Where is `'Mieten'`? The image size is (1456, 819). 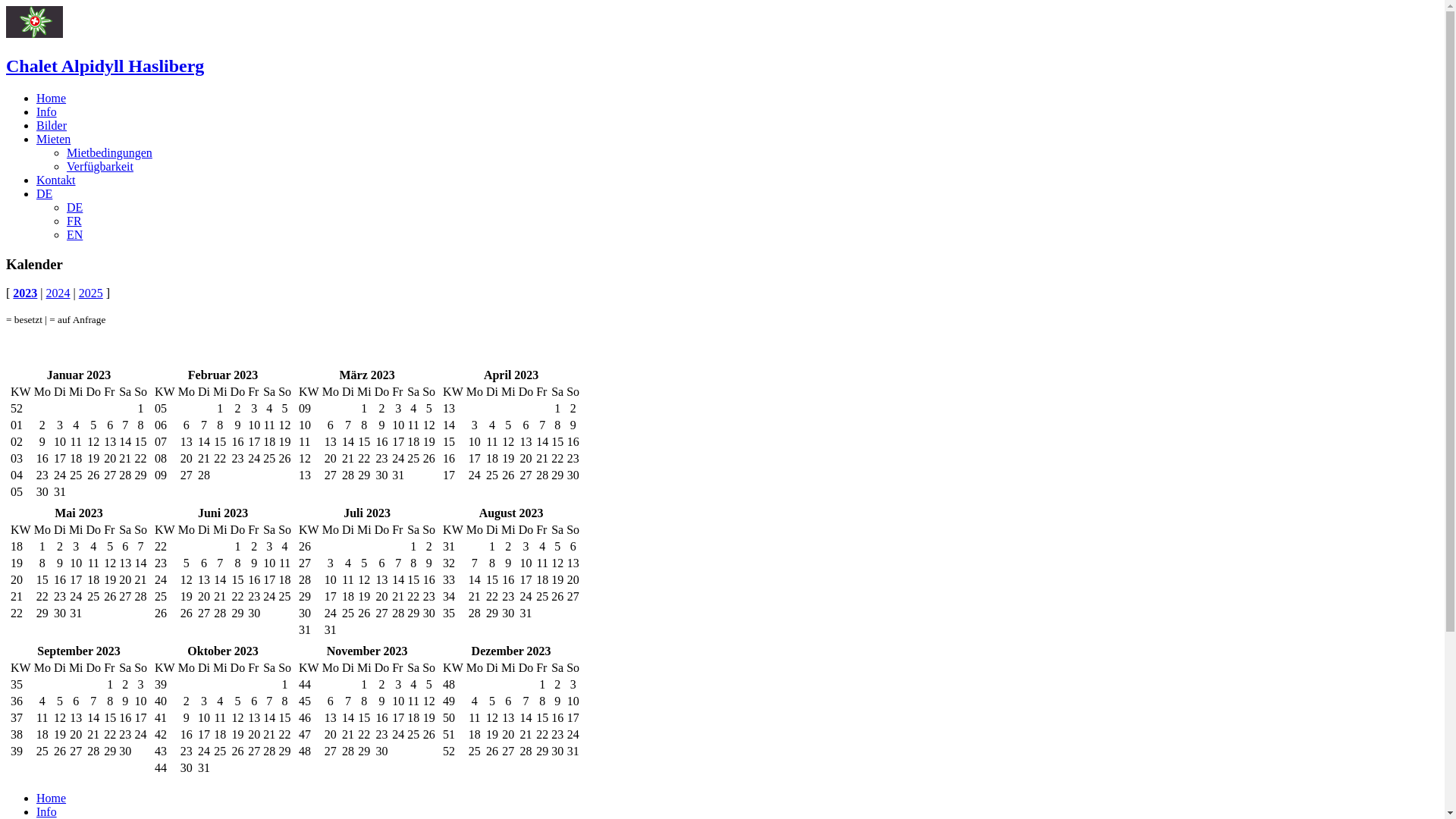 'Mieten' is located at coordinates (53, 139).